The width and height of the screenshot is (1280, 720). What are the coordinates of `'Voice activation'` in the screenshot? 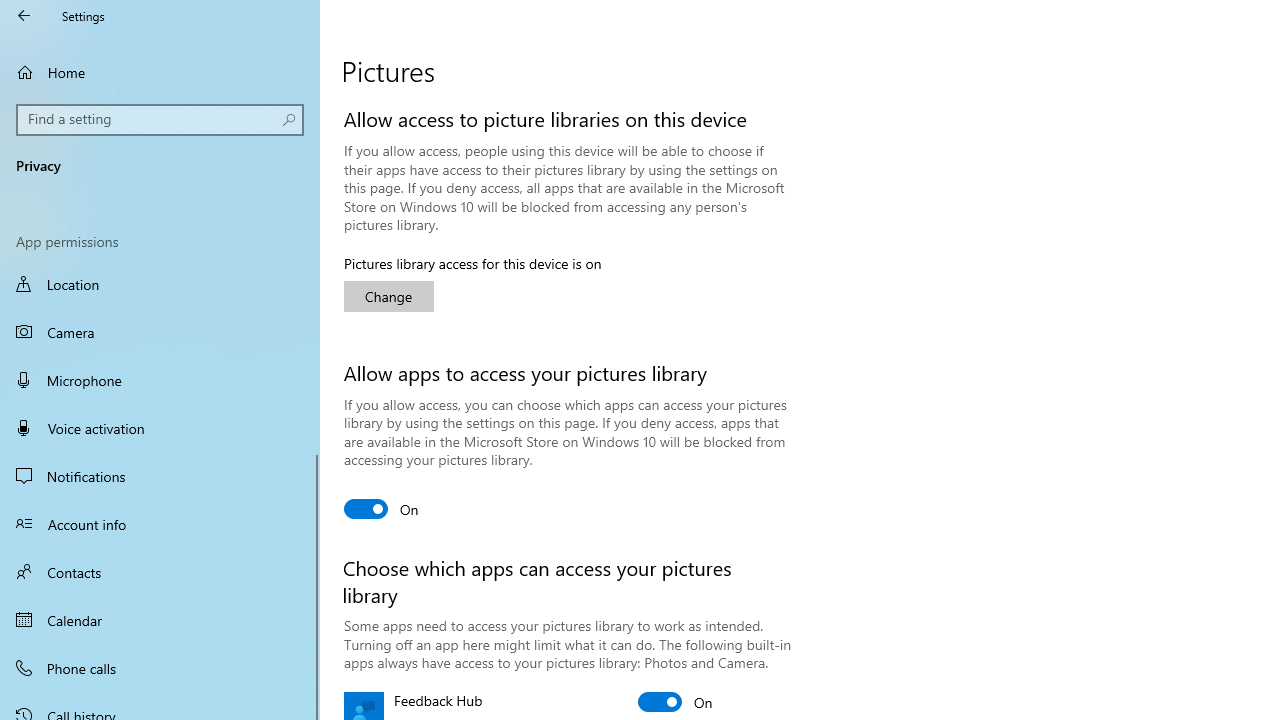 It's located at (160, 427).